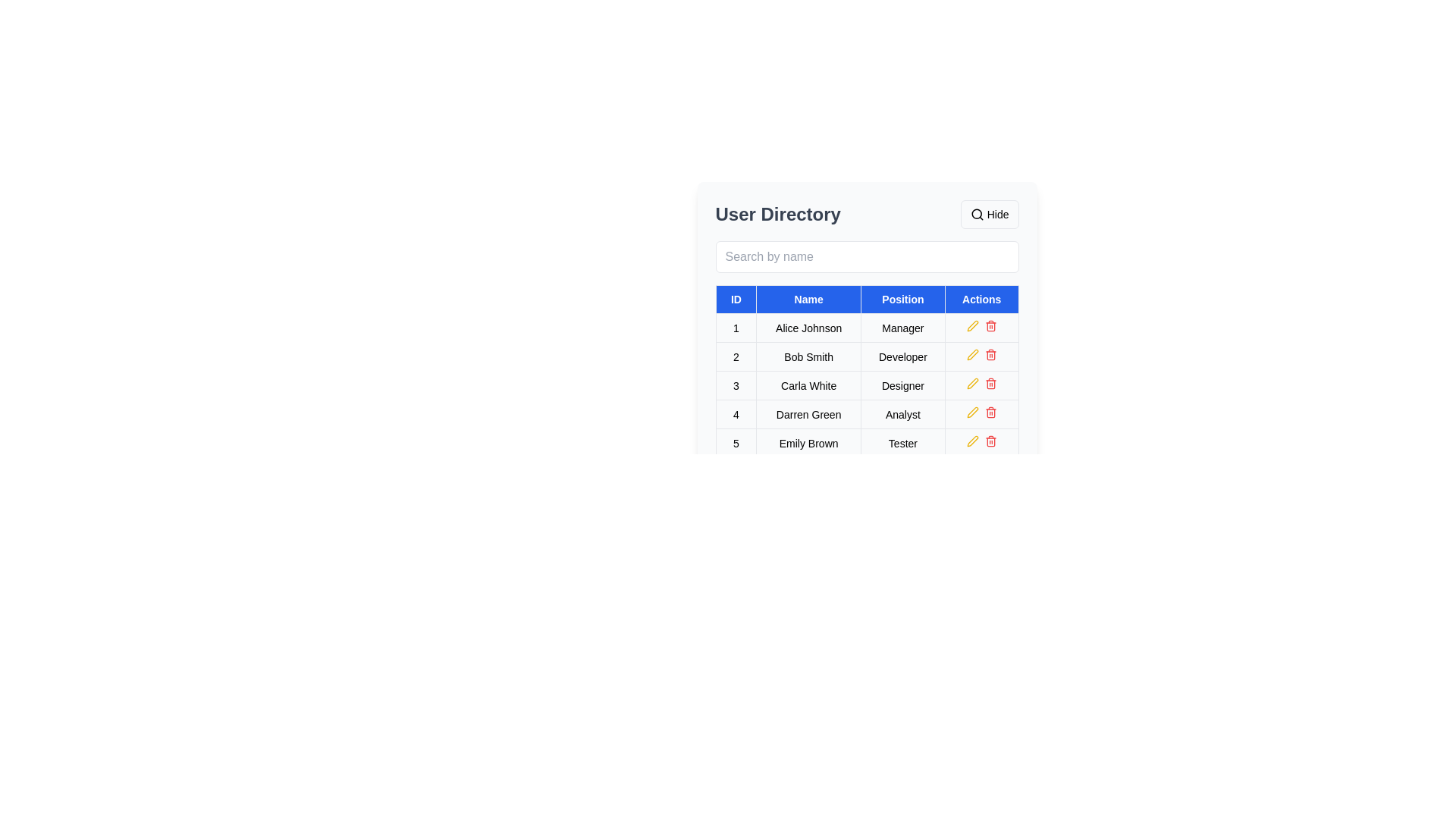 This screenshot has height=819, width=1456. What do you see at coordinates (972, 412) in the screenshot?
I see `the 'Edit' icon button located in the fourth row of the table under the 'Actions' column for editing information related to 'Darren Green'` at bounding box center [972, 412].